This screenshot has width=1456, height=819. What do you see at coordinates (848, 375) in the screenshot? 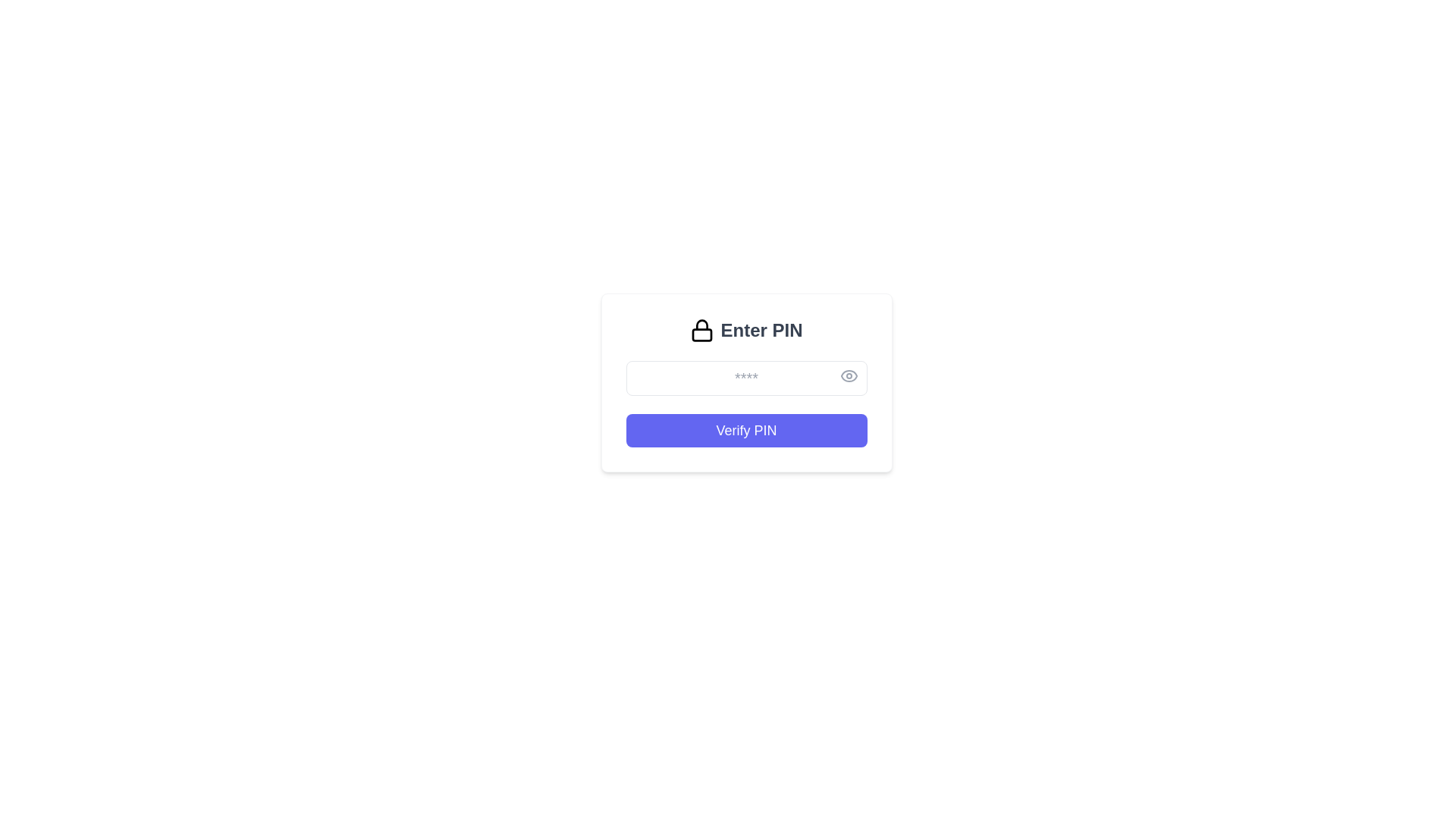
I see `the gray eye icon button located at the top-right corner of the PIN input field` at bounding box center [848, 375].